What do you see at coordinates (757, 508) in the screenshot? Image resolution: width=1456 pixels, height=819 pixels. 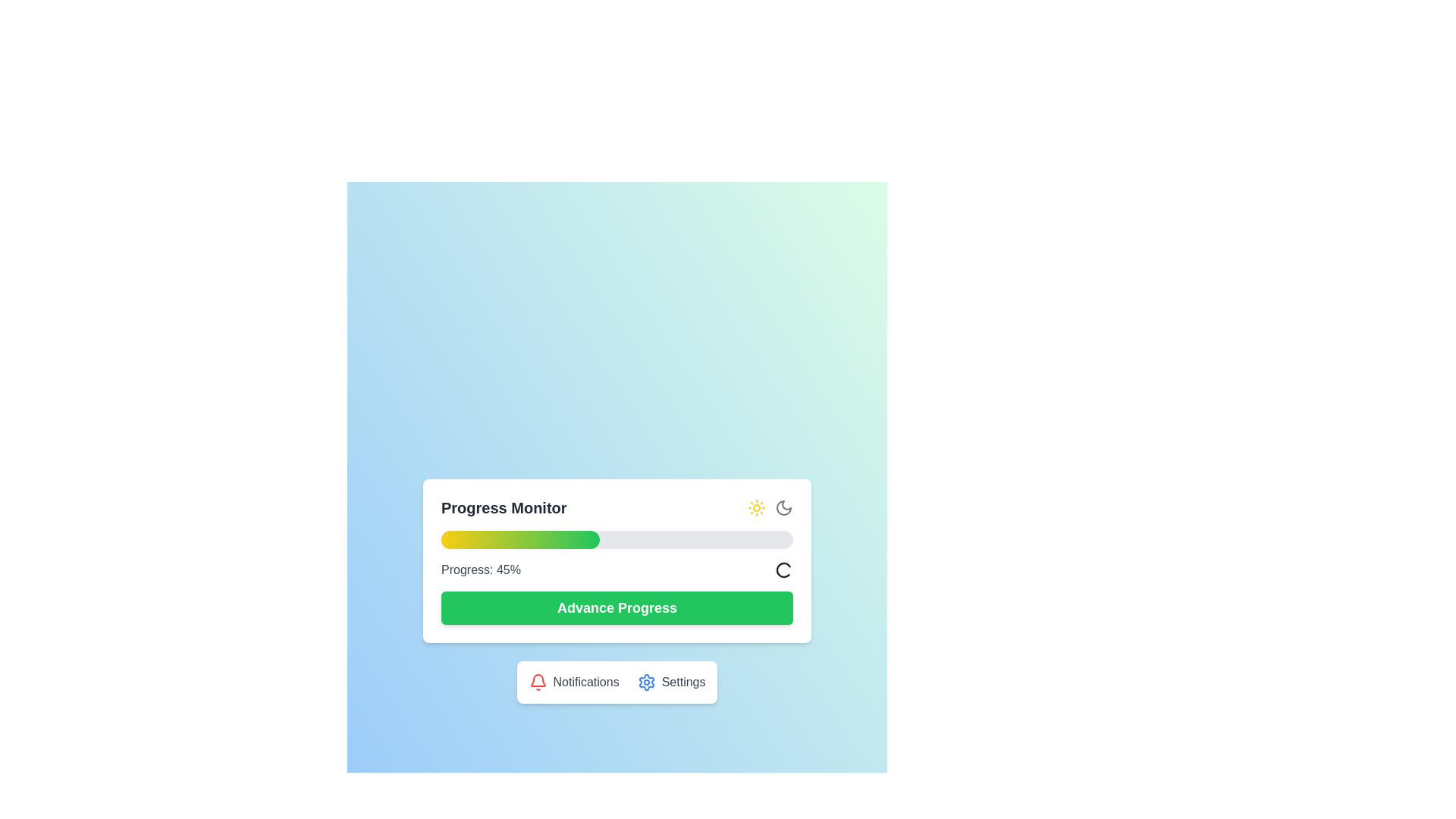 I see `the sun icon located on the right side of the panel header` at bounding box center [757, 508].